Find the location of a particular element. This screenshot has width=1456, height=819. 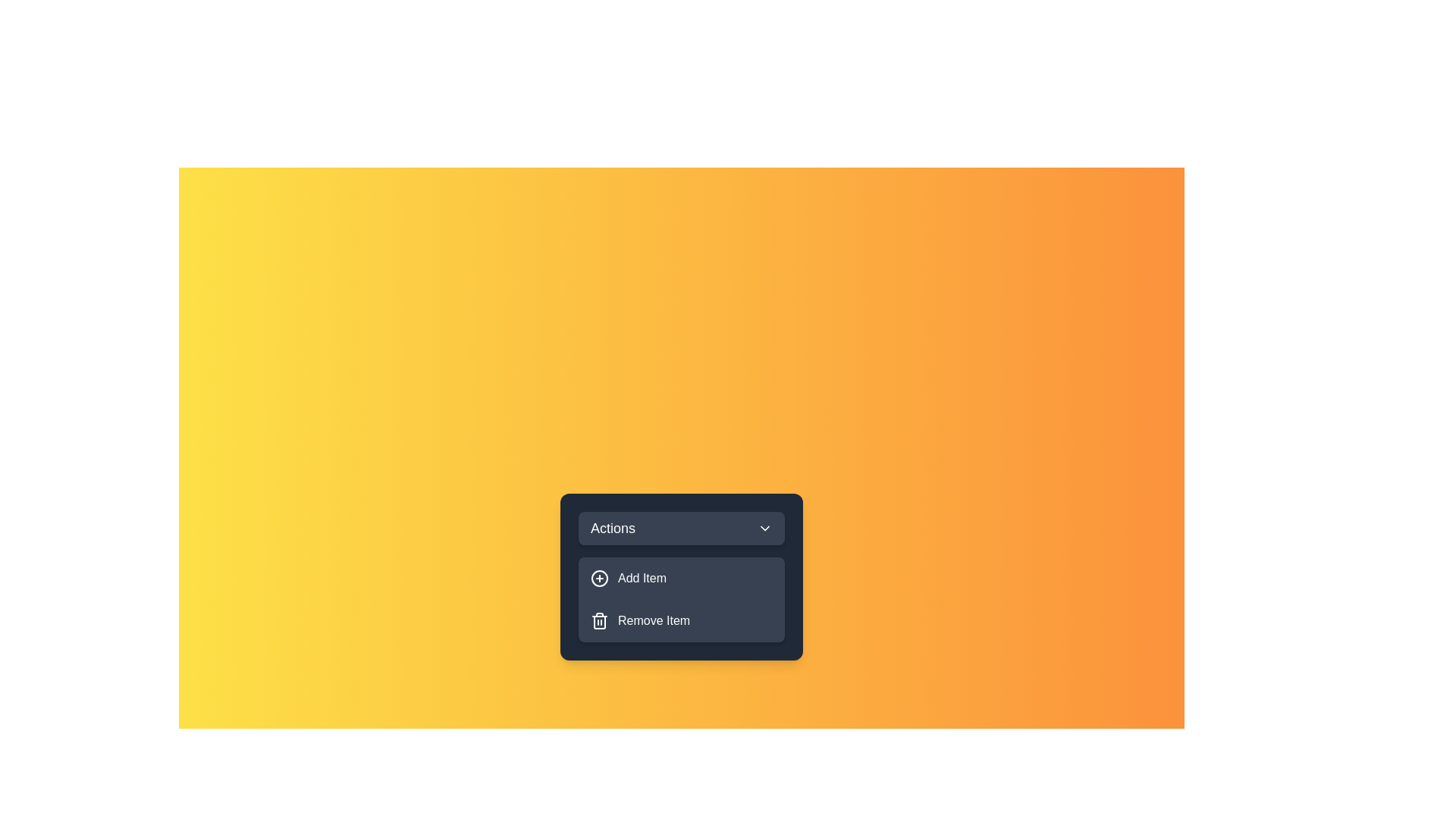

the 'Remove Item' option in the menu is located at coordinates (680, 620).